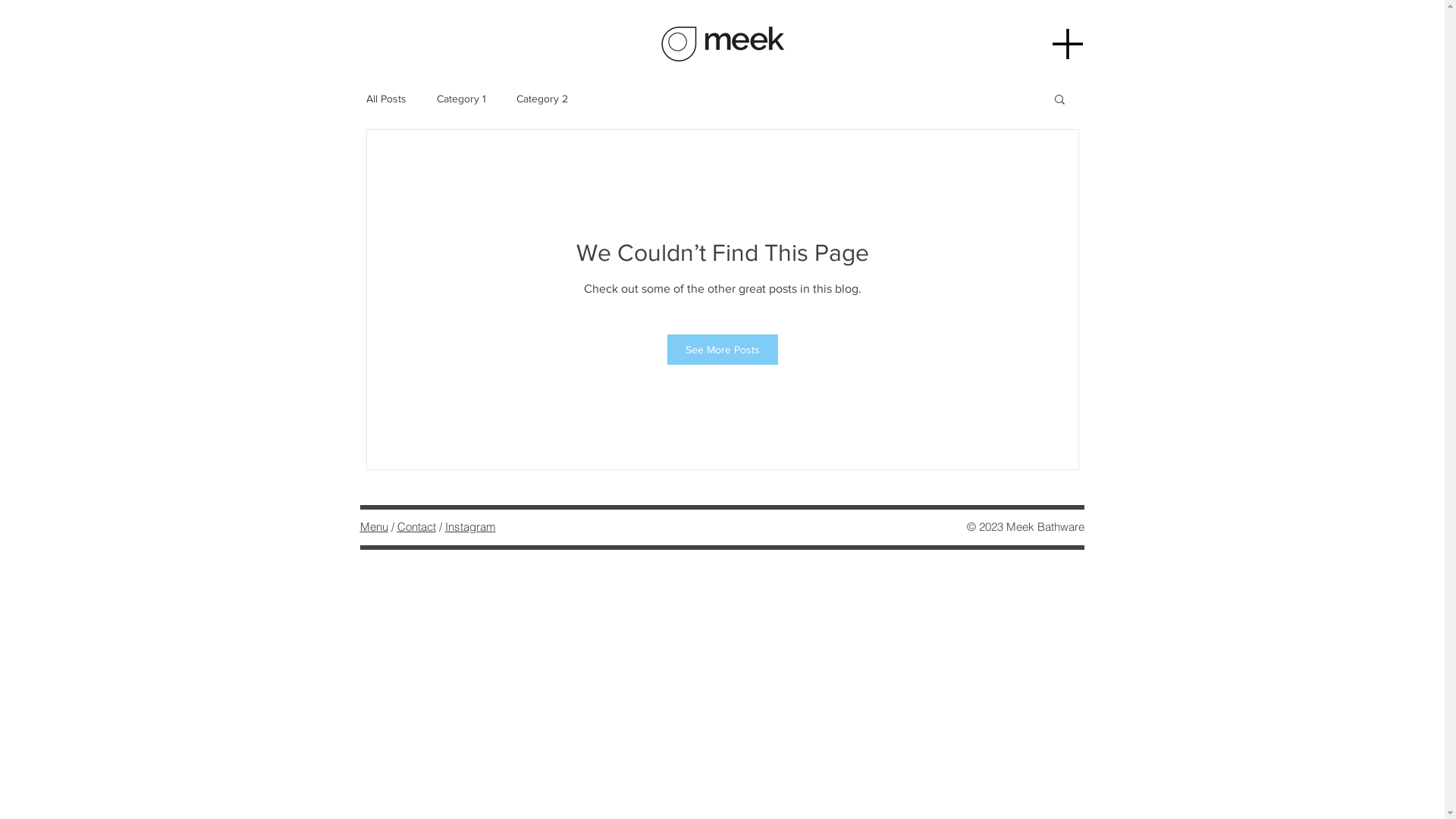 The height and width of the screenshot is (819, 1456). Describe the element at coordinates (436, 99) in the screenshot. I see `'Category 1'` at that location.